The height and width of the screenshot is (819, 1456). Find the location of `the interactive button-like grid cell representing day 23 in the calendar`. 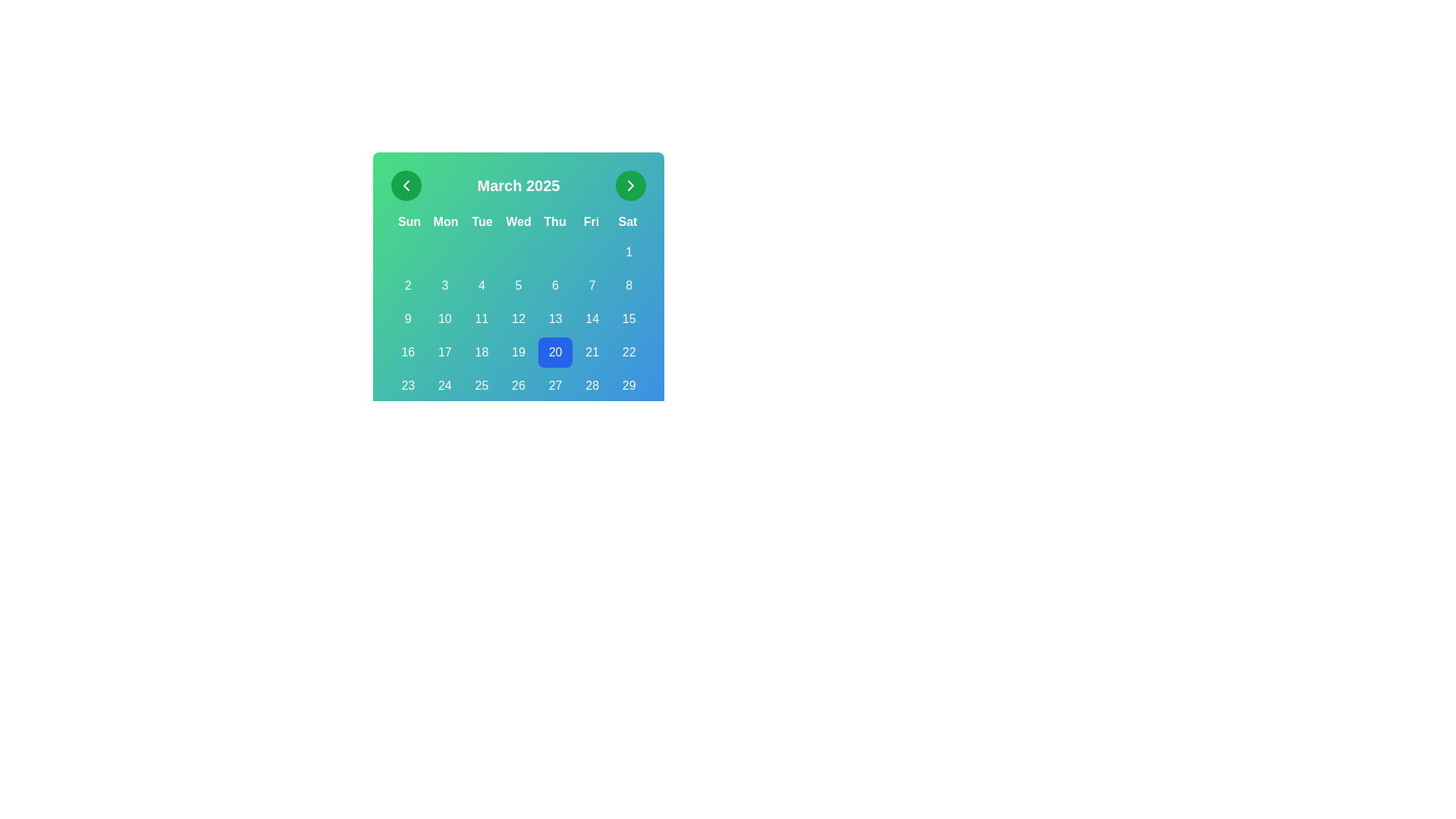

the interactive button-like grid cell representing day 23 in the calendar is located at coordinates (408, 385).